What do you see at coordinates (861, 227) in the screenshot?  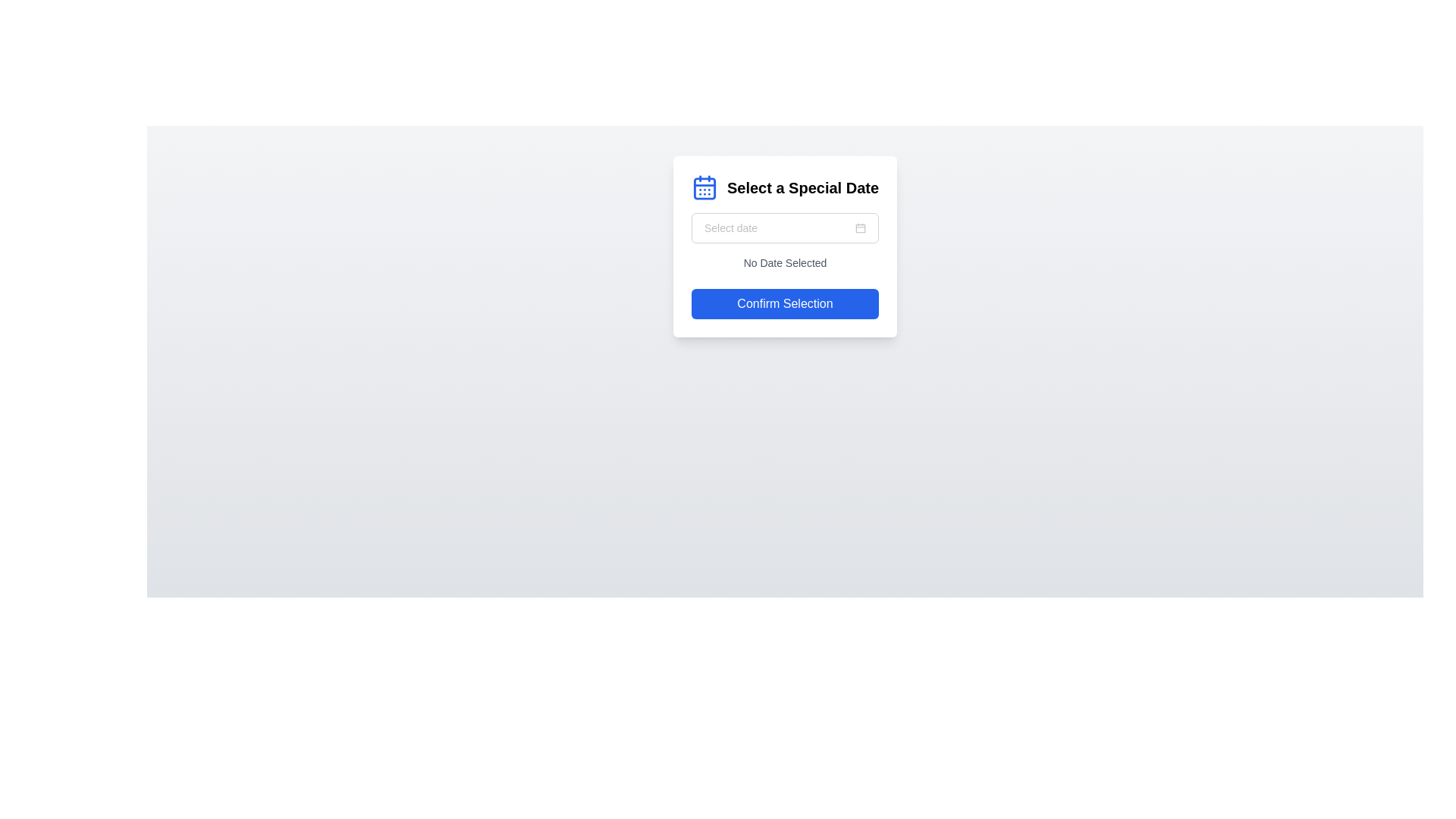 I see `the icon button located in the upper-right corner of the 'Select date' input field` at bounding box center [861, 227].